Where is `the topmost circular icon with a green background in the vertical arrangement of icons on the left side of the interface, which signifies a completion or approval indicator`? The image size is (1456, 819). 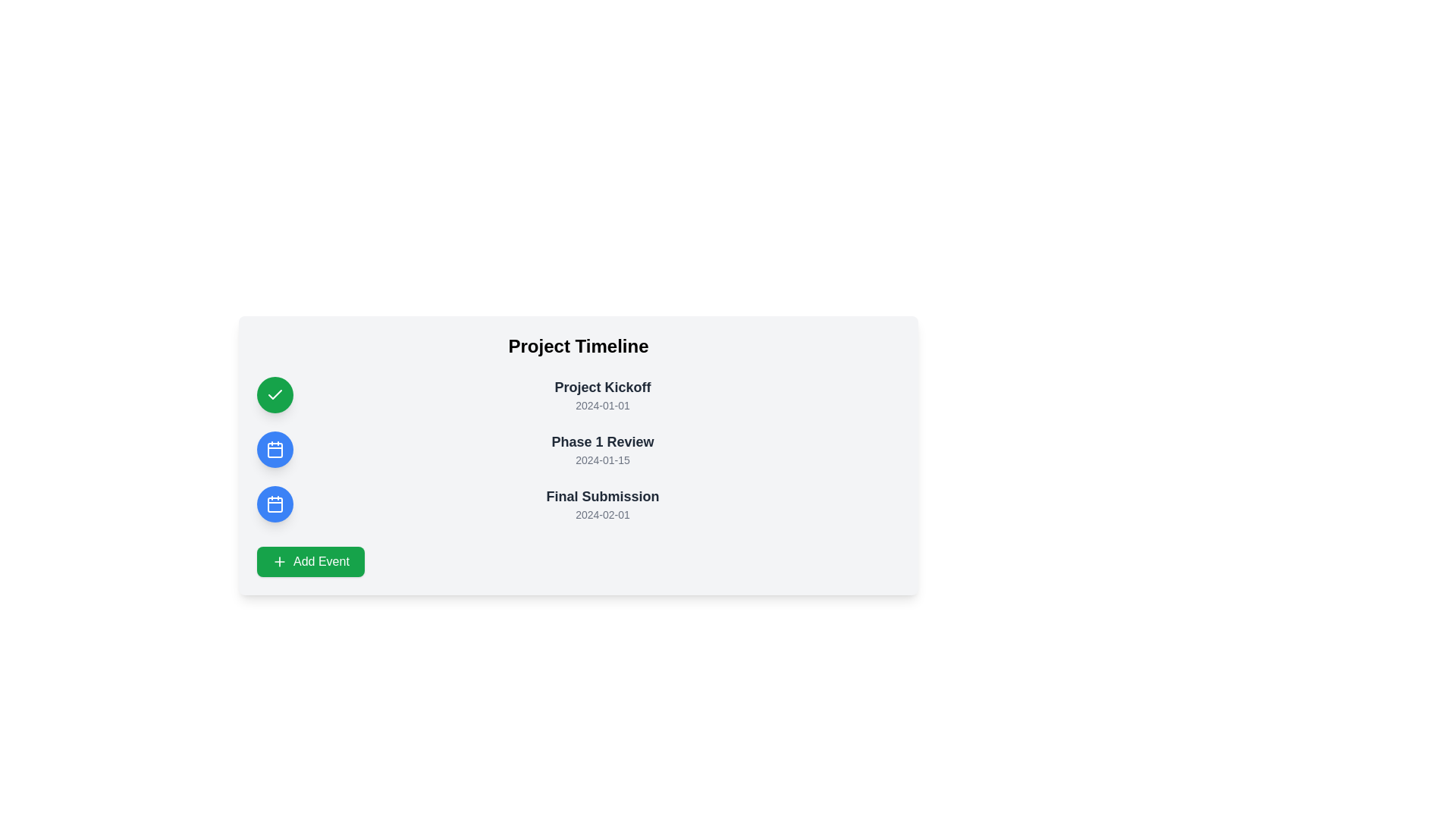
the topmost circular icon with a green background in the vertical arrangement of icons on the left side of the interface, which signifies a completion or approval indicator is located at coordinates (275, 394).